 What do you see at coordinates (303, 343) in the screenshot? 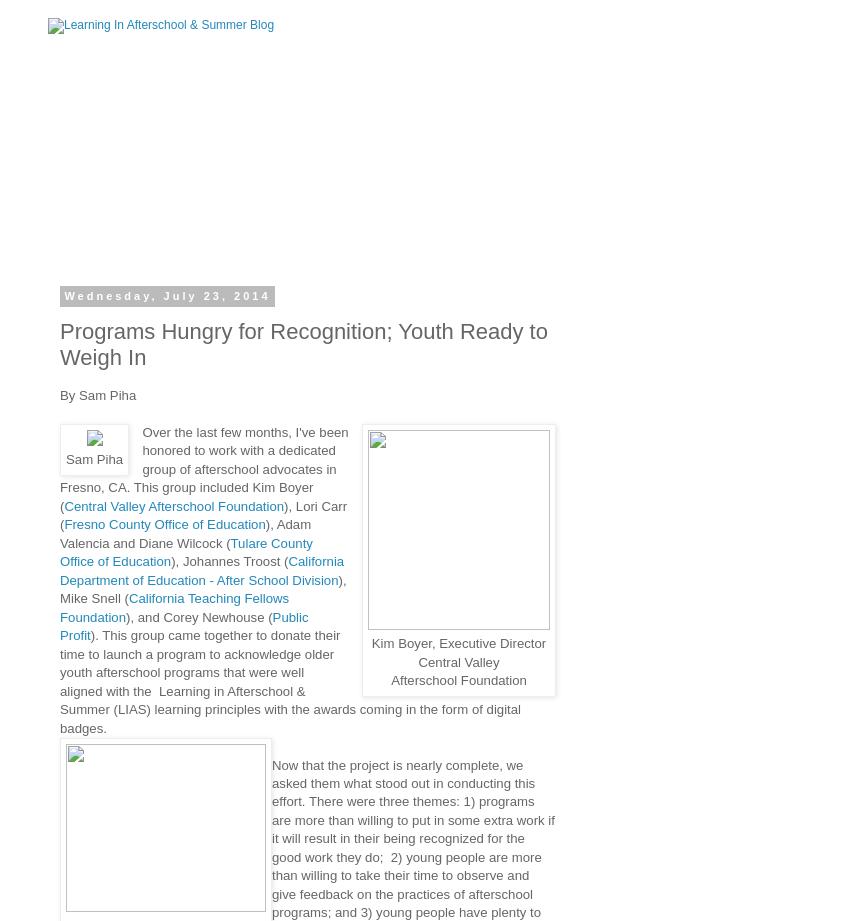
I see `'Programs Hungry for Recognition; Youth Ready to Weigh In'` at bounding box center [303, 343].